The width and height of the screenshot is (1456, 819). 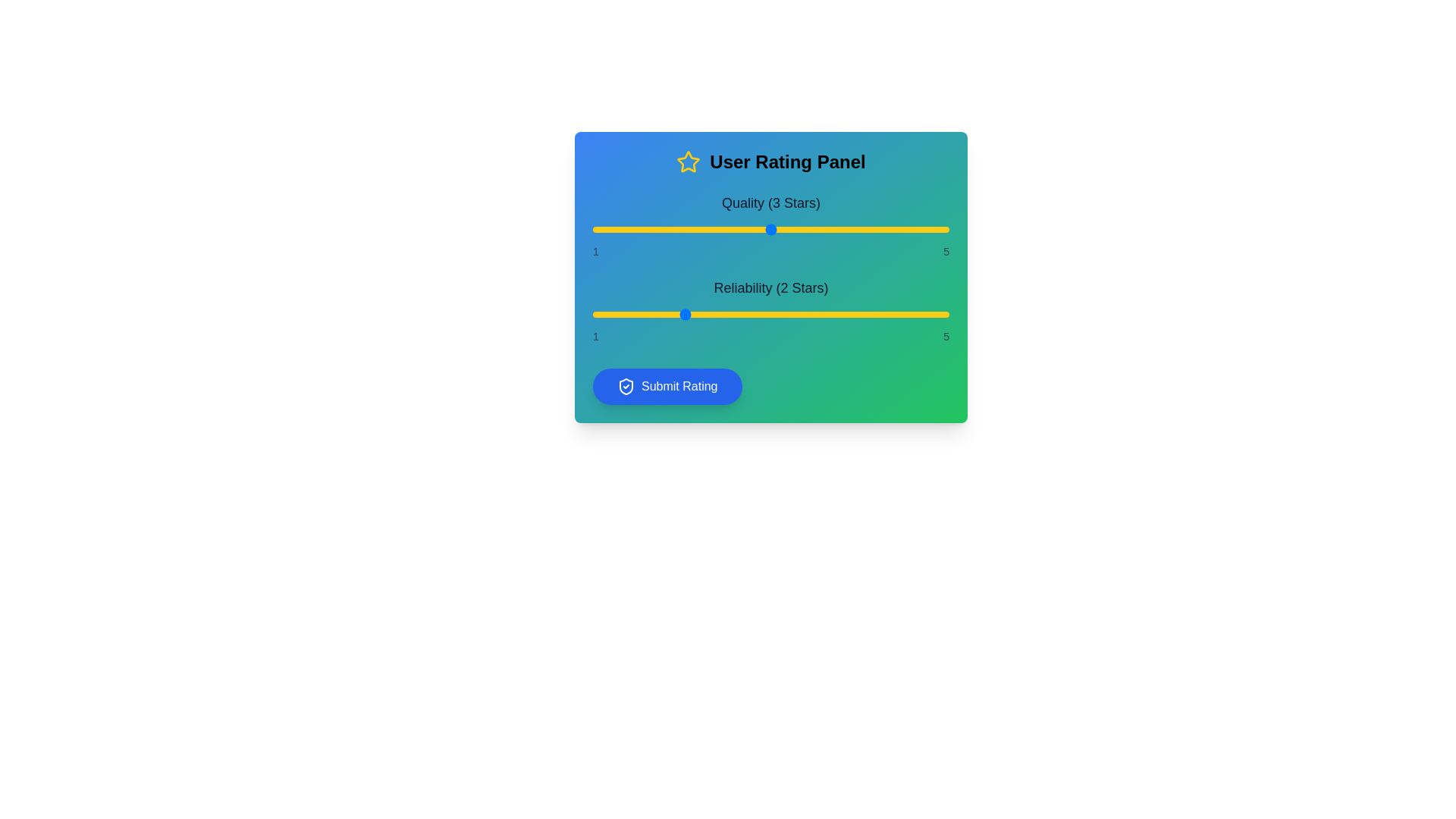 I want to click on 'Submit Rating' button, so click(x=667, y=385).